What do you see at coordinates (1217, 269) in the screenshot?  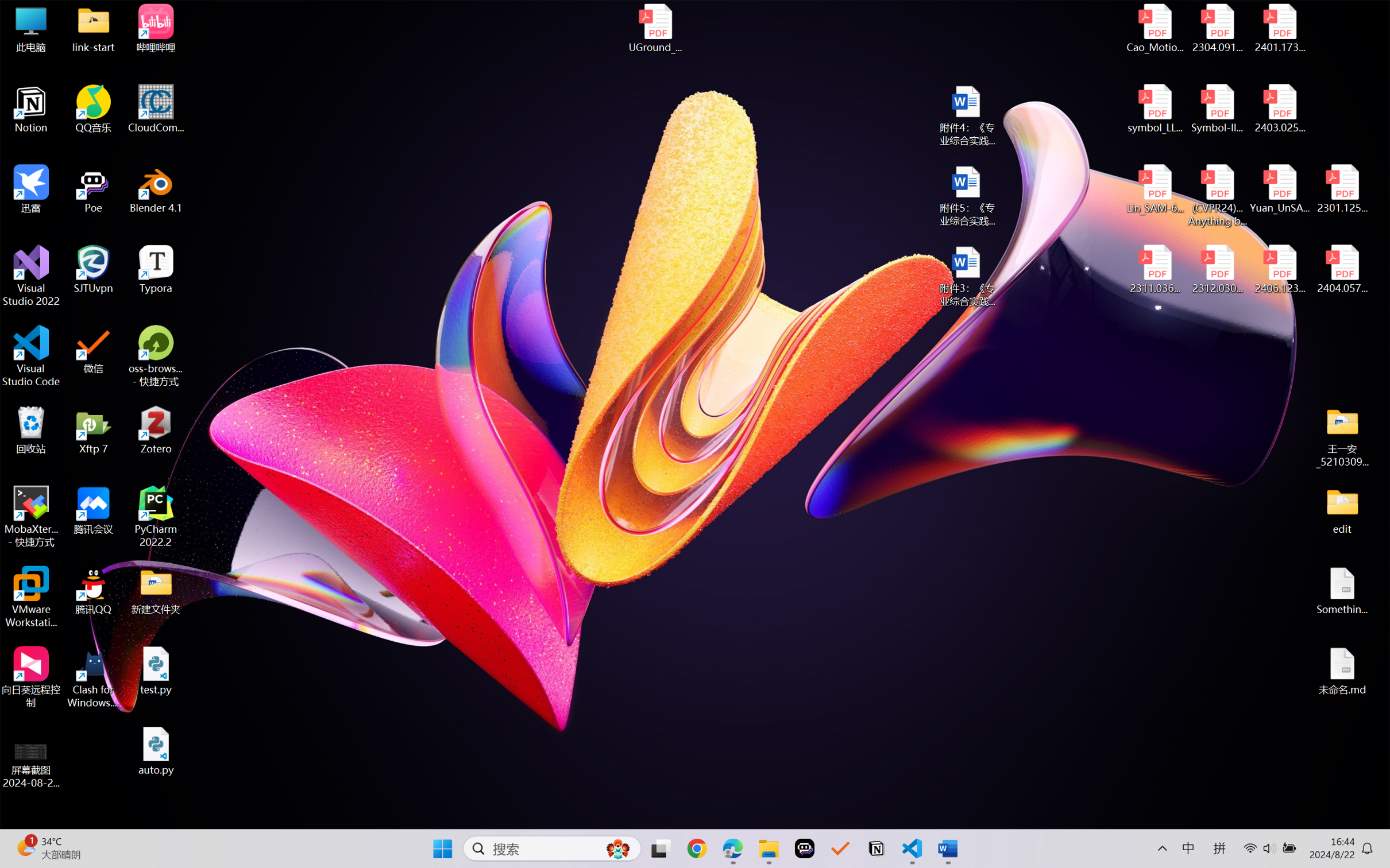 I see `'2312.03032v2.pdf'` at bounding box center [1217, 269].